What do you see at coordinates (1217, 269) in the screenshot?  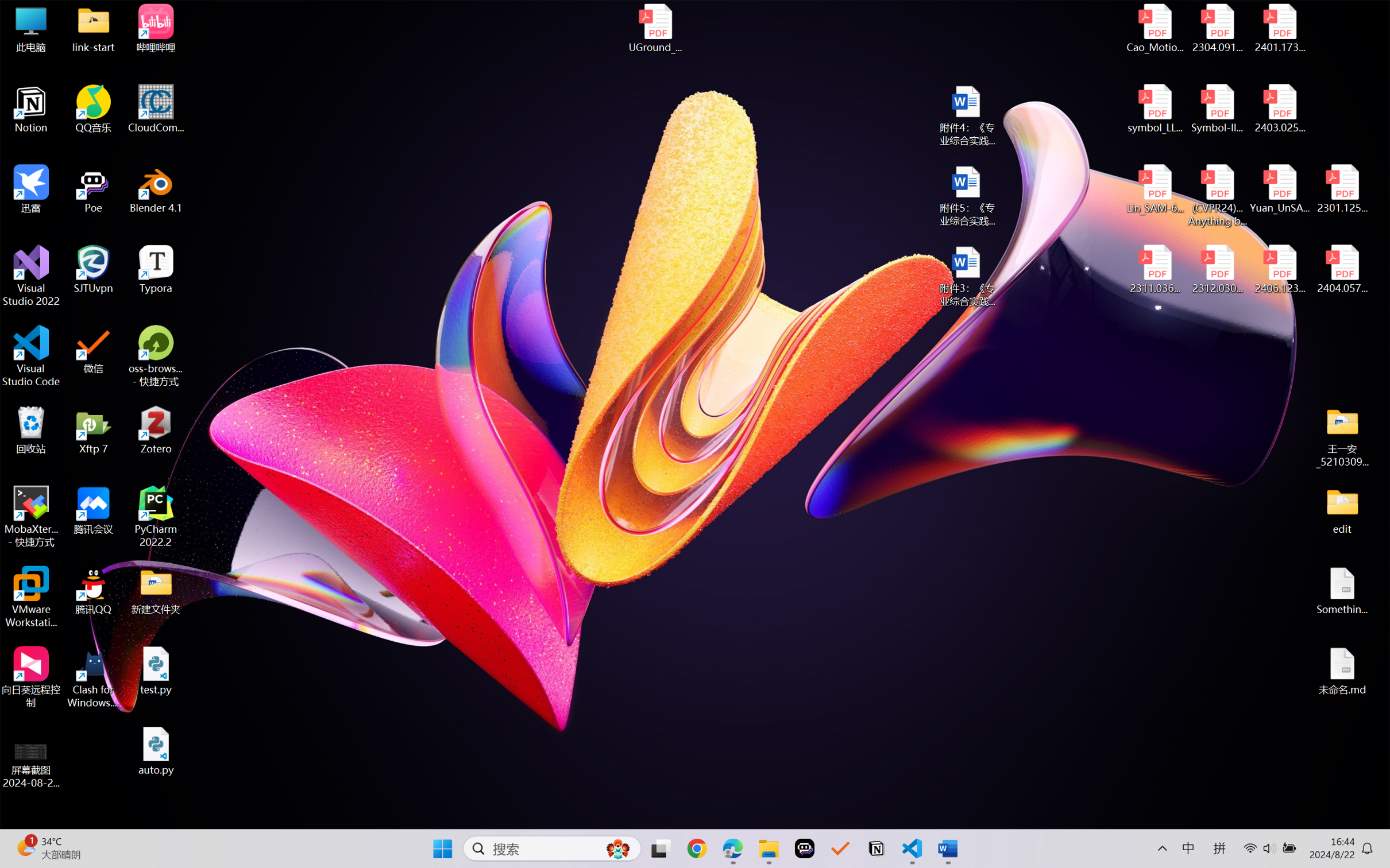 I see `'2312.03032v2.pdf'` at bounding box center [1217, 269].